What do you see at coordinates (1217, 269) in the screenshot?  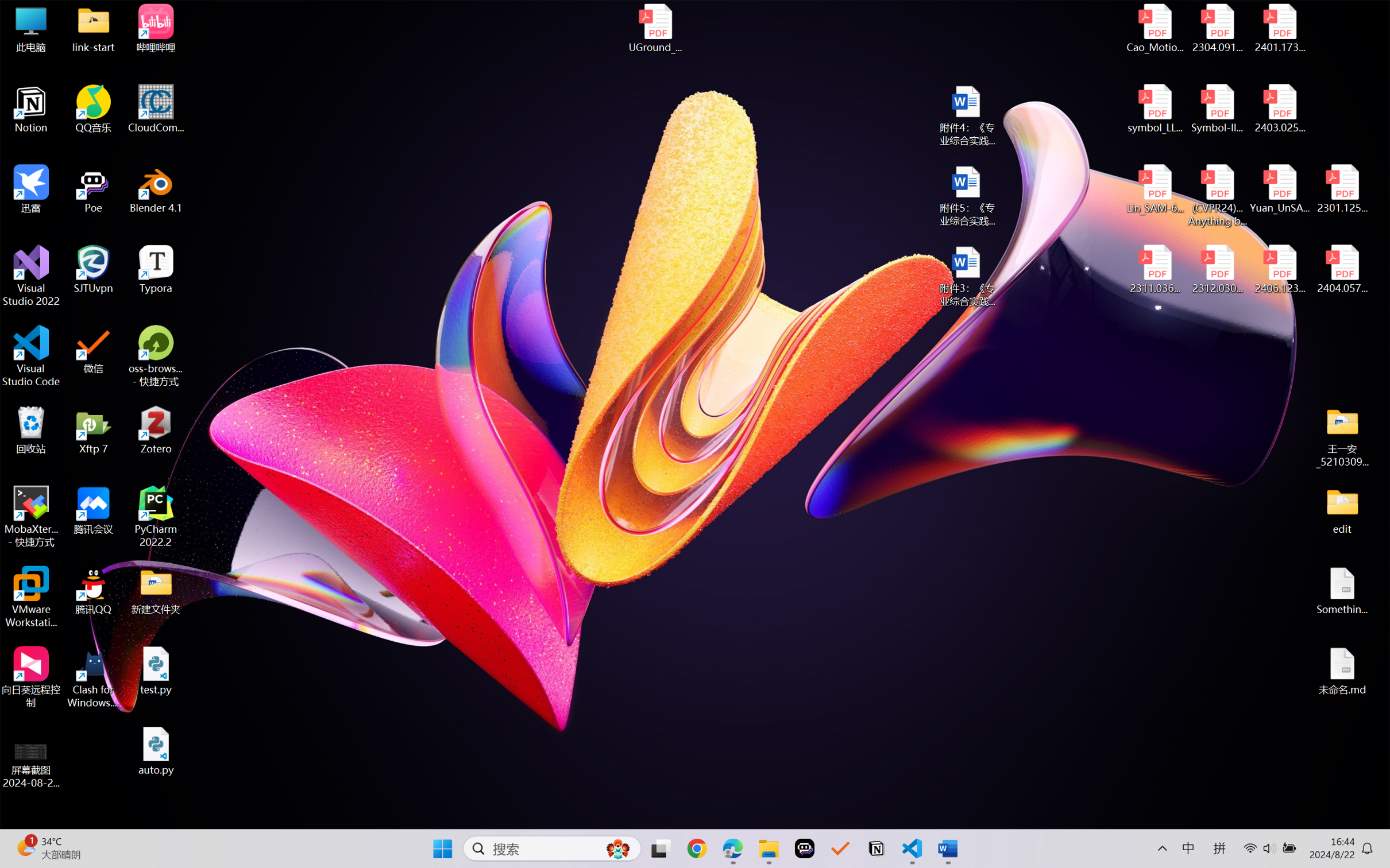 I see `'2312.03032v2.pdf'` at bounding box center [1217, 269].